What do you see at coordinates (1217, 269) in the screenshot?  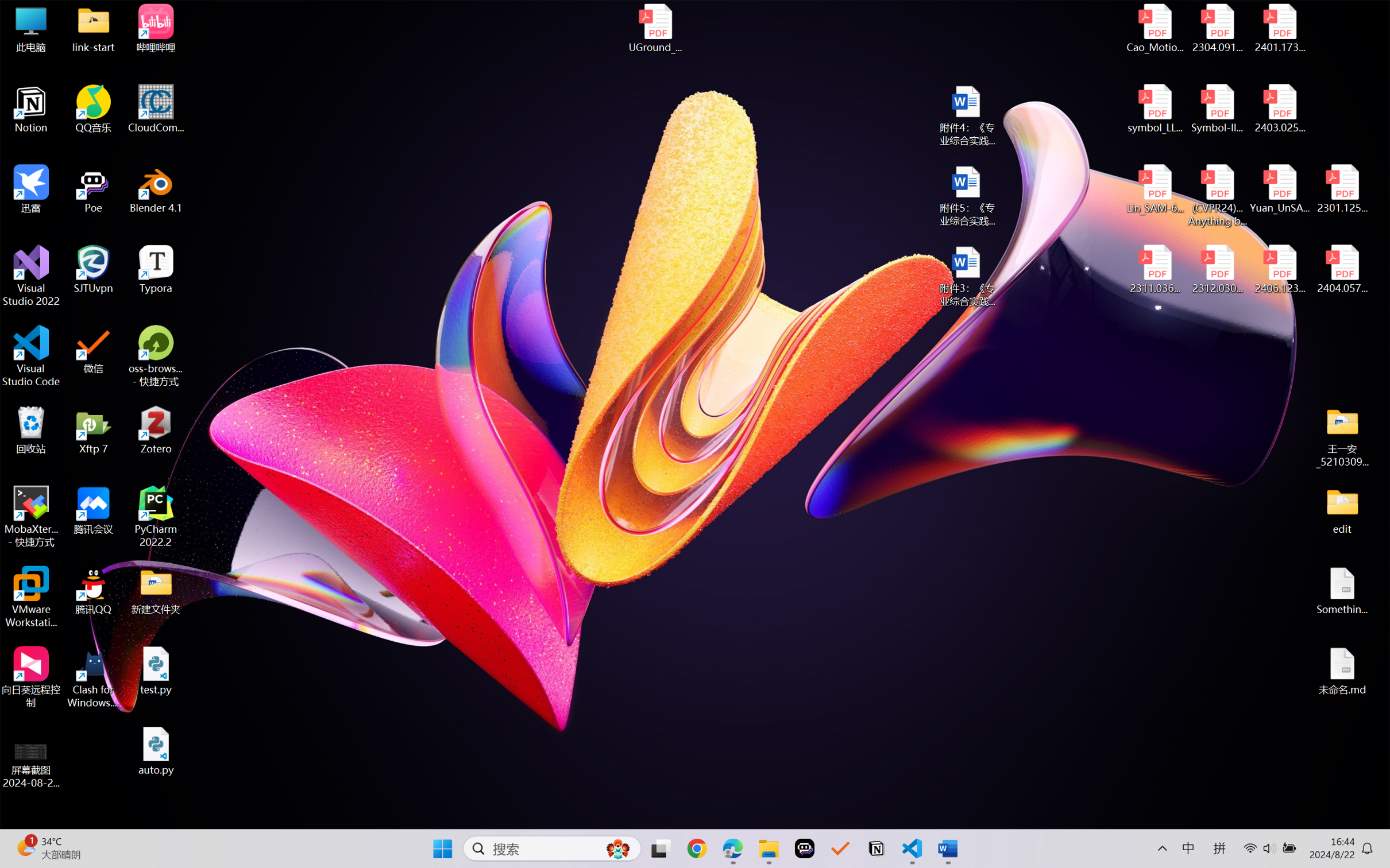 I see `'2312.03032v2.pdf'` at bounding box center [1217, 269].